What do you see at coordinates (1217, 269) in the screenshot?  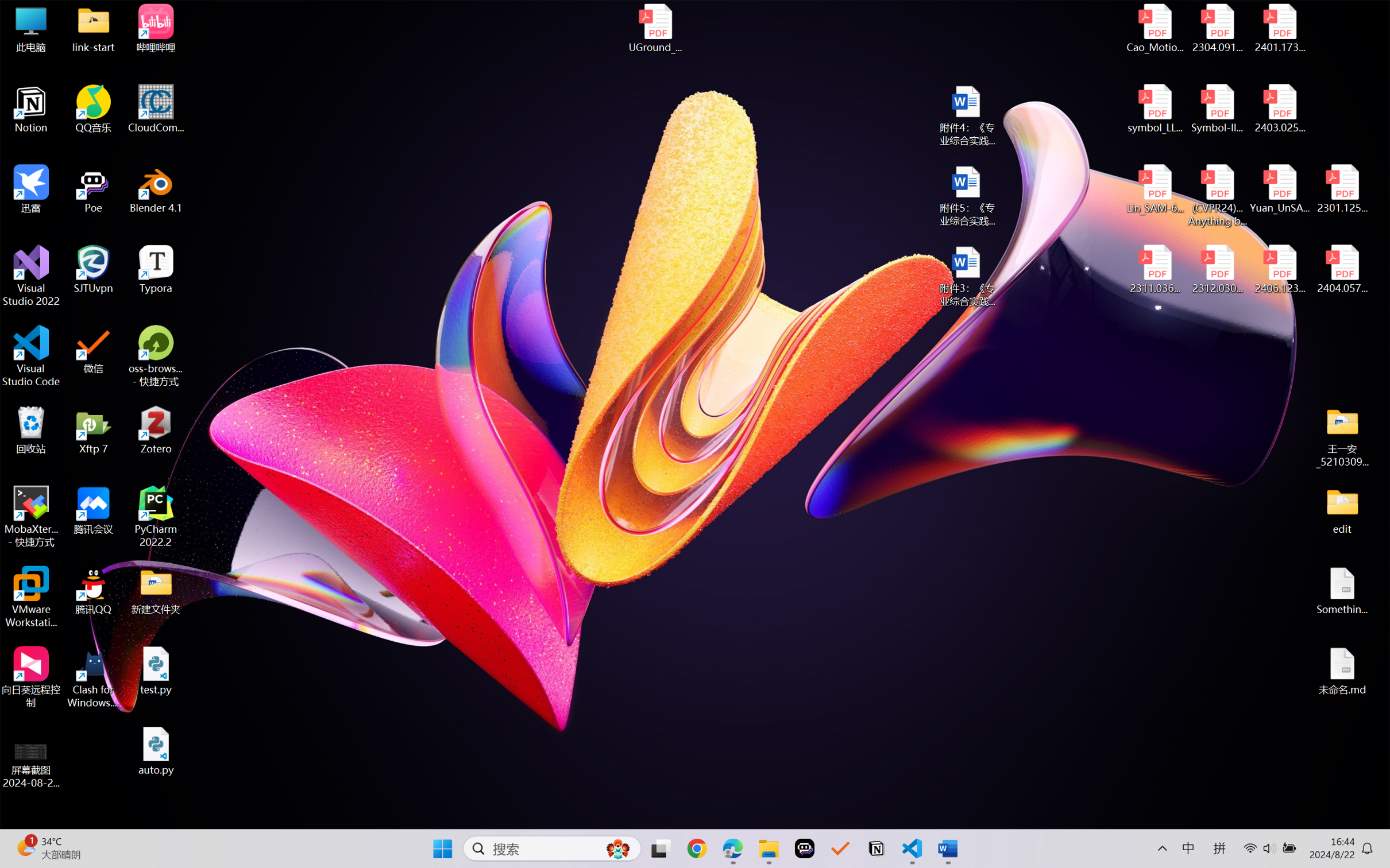 I see `'2312.03032v2.pdf'` at bounding box center [1217, 269].